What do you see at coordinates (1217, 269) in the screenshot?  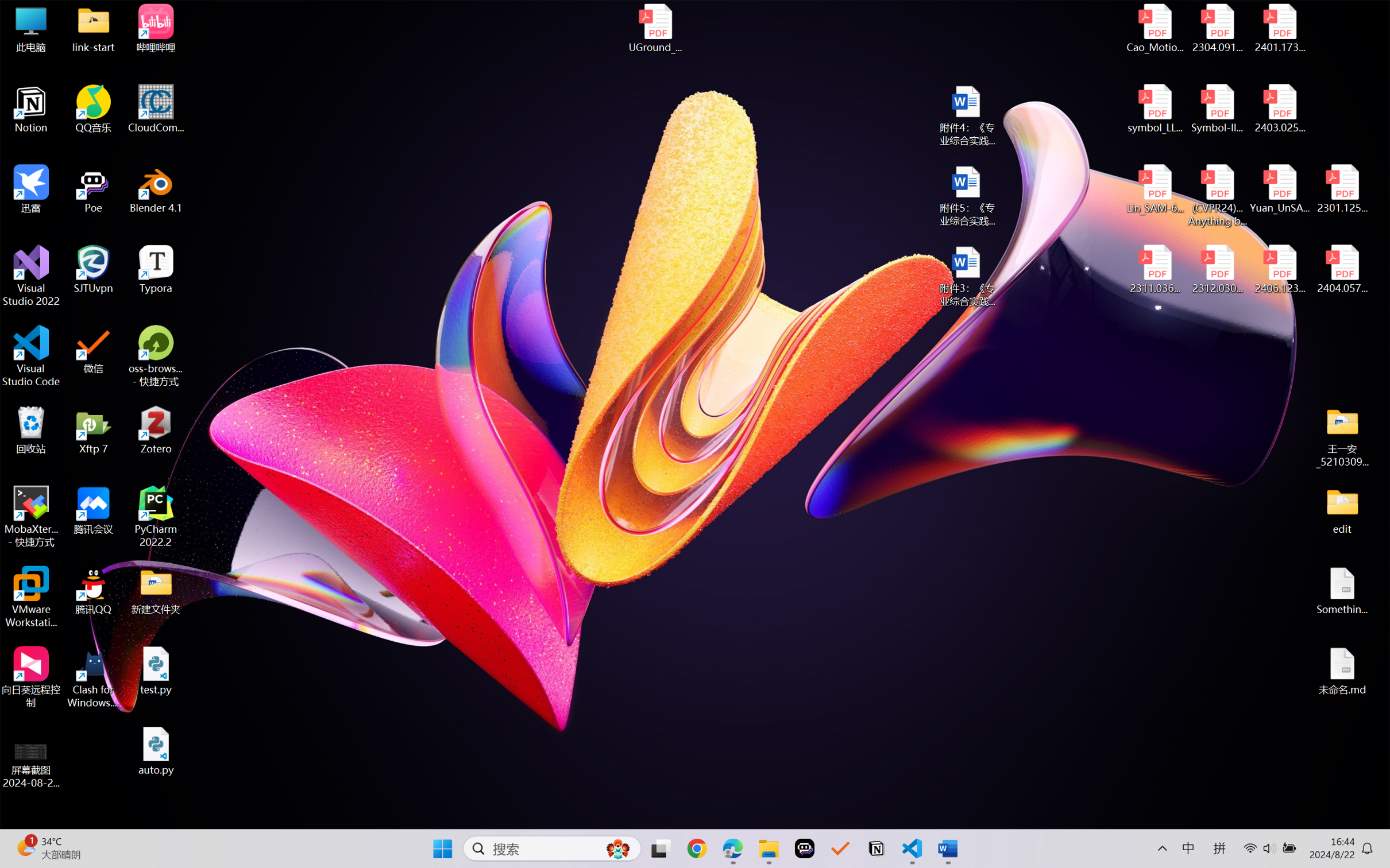 I see `'2312.03032v2.pdf'` at bounding box center [1217, 269].